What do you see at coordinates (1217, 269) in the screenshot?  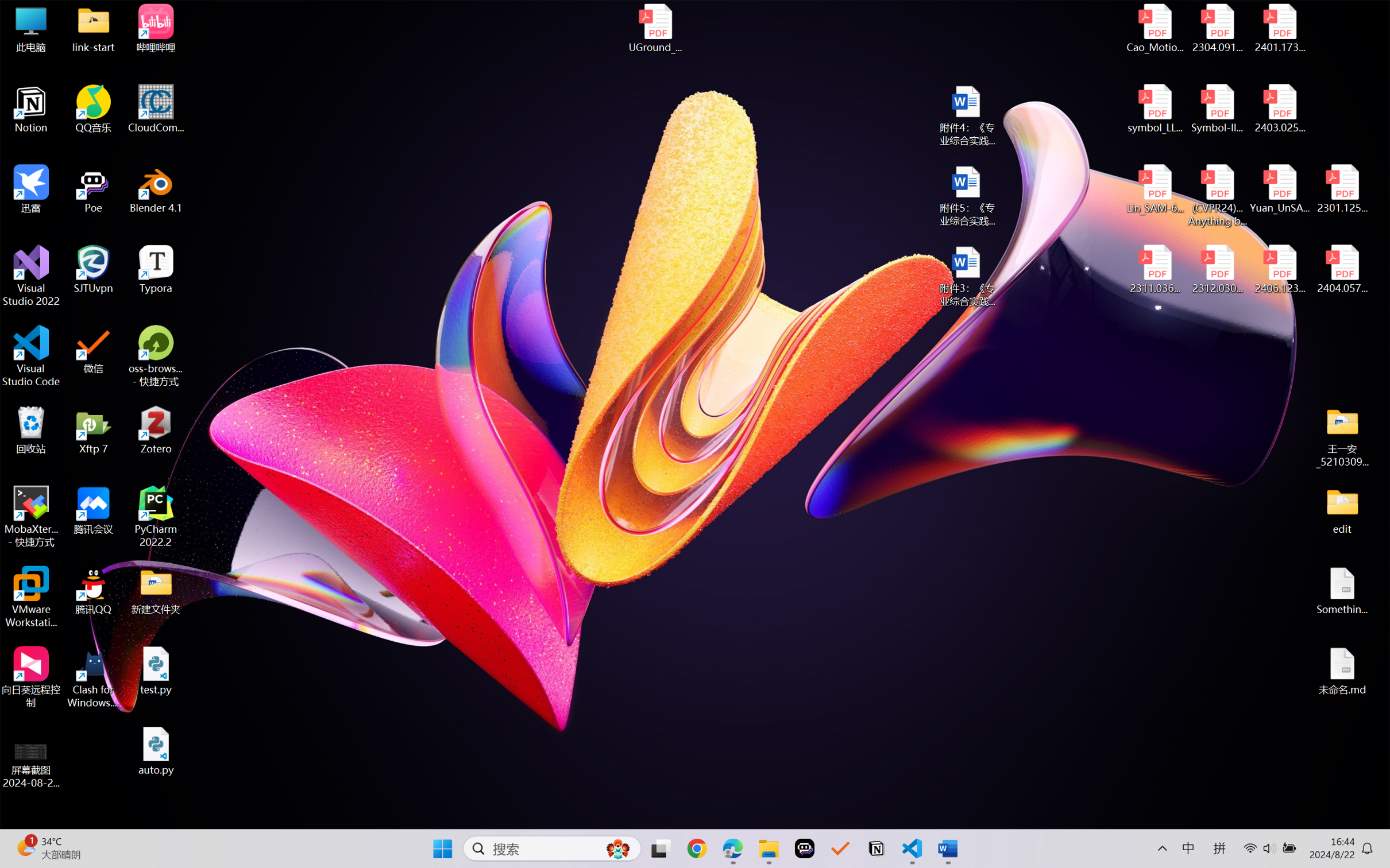 I see `'2312.03032v2.pdf'` at bounding box center [1217, 269].